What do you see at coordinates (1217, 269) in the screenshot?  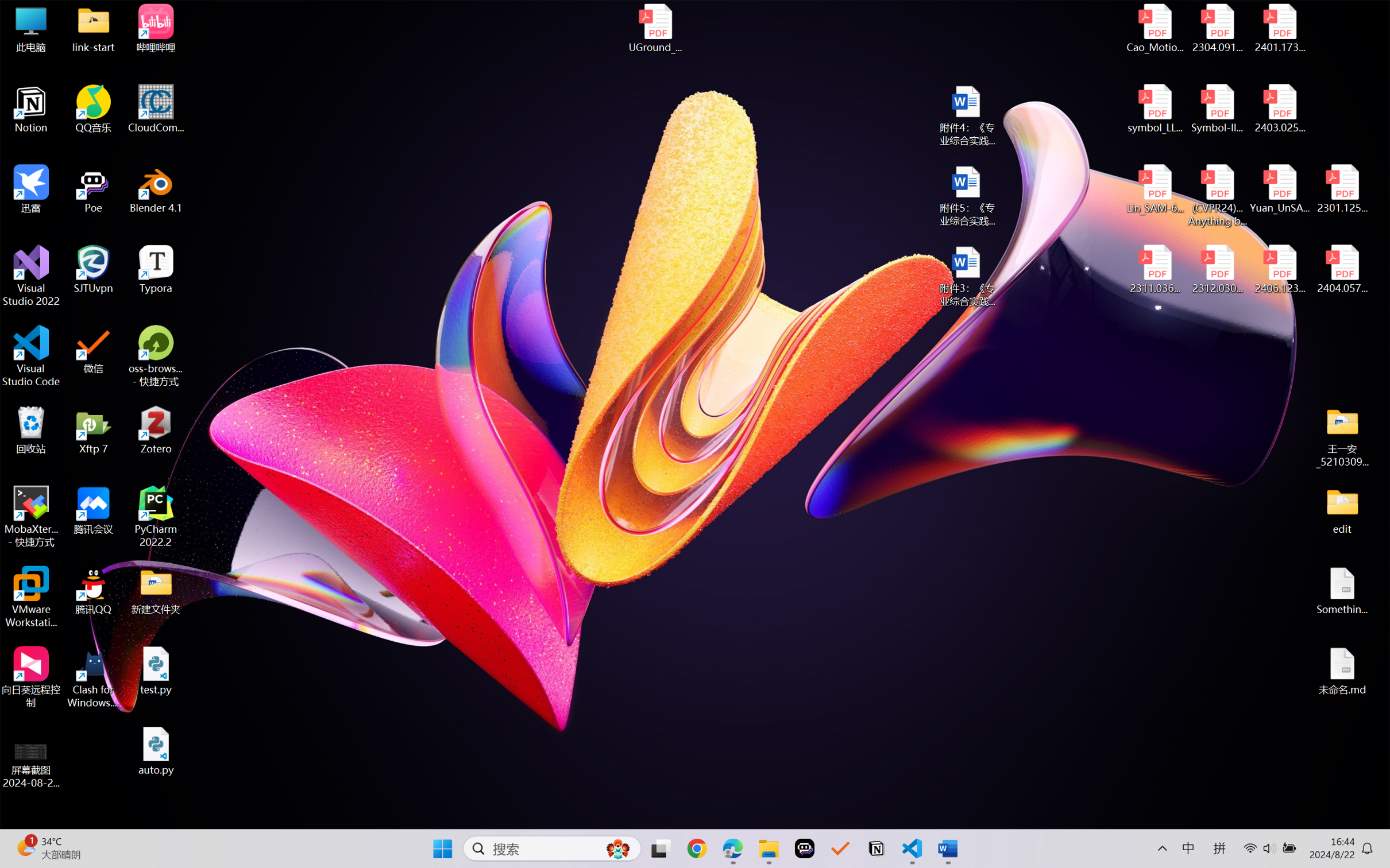 I see `'2312.03032v2.pdf'` at bounding box center [1217, 269].